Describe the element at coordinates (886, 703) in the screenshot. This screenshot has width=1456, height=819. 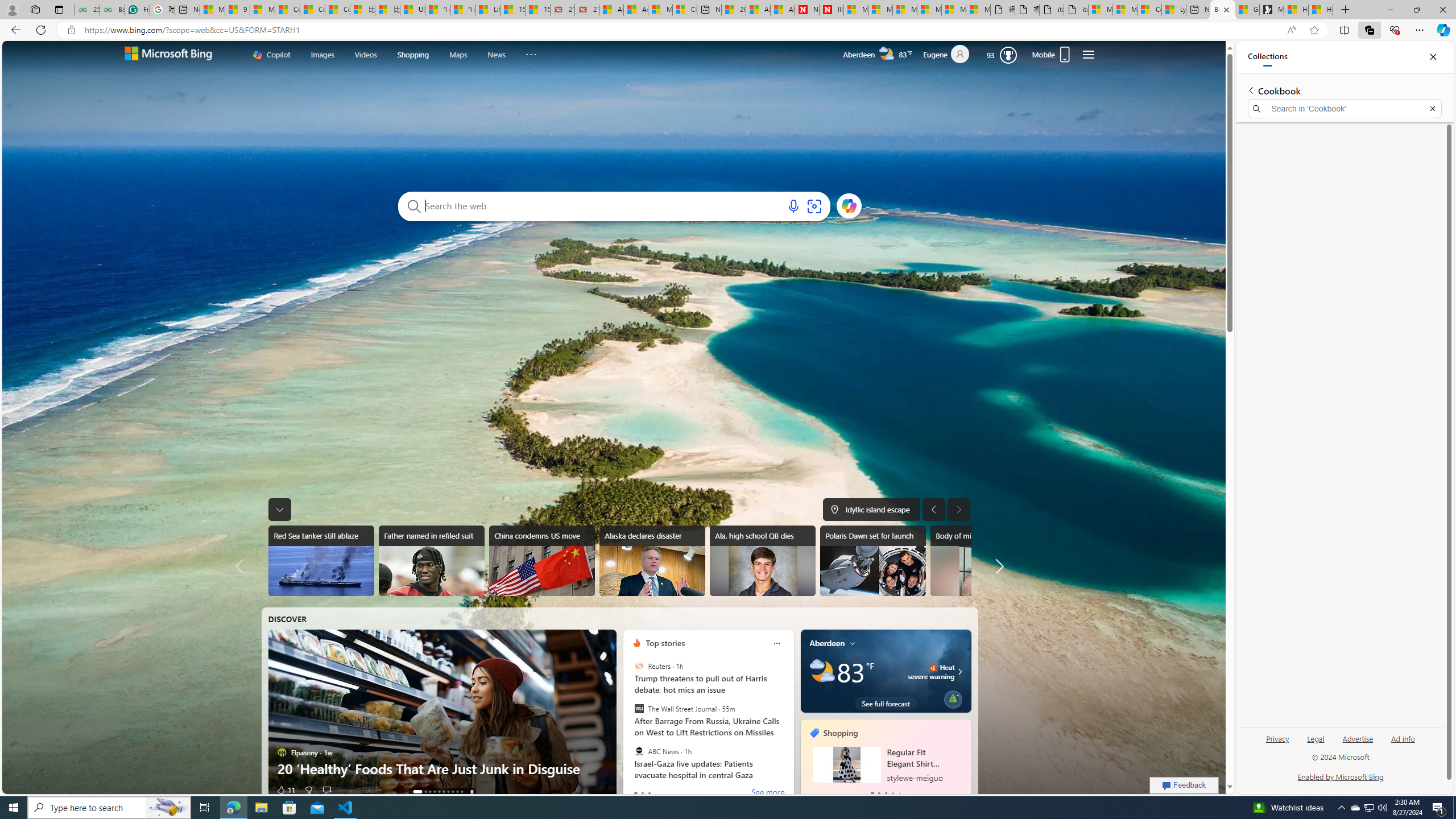
I see `'See full forecast'` at that location.